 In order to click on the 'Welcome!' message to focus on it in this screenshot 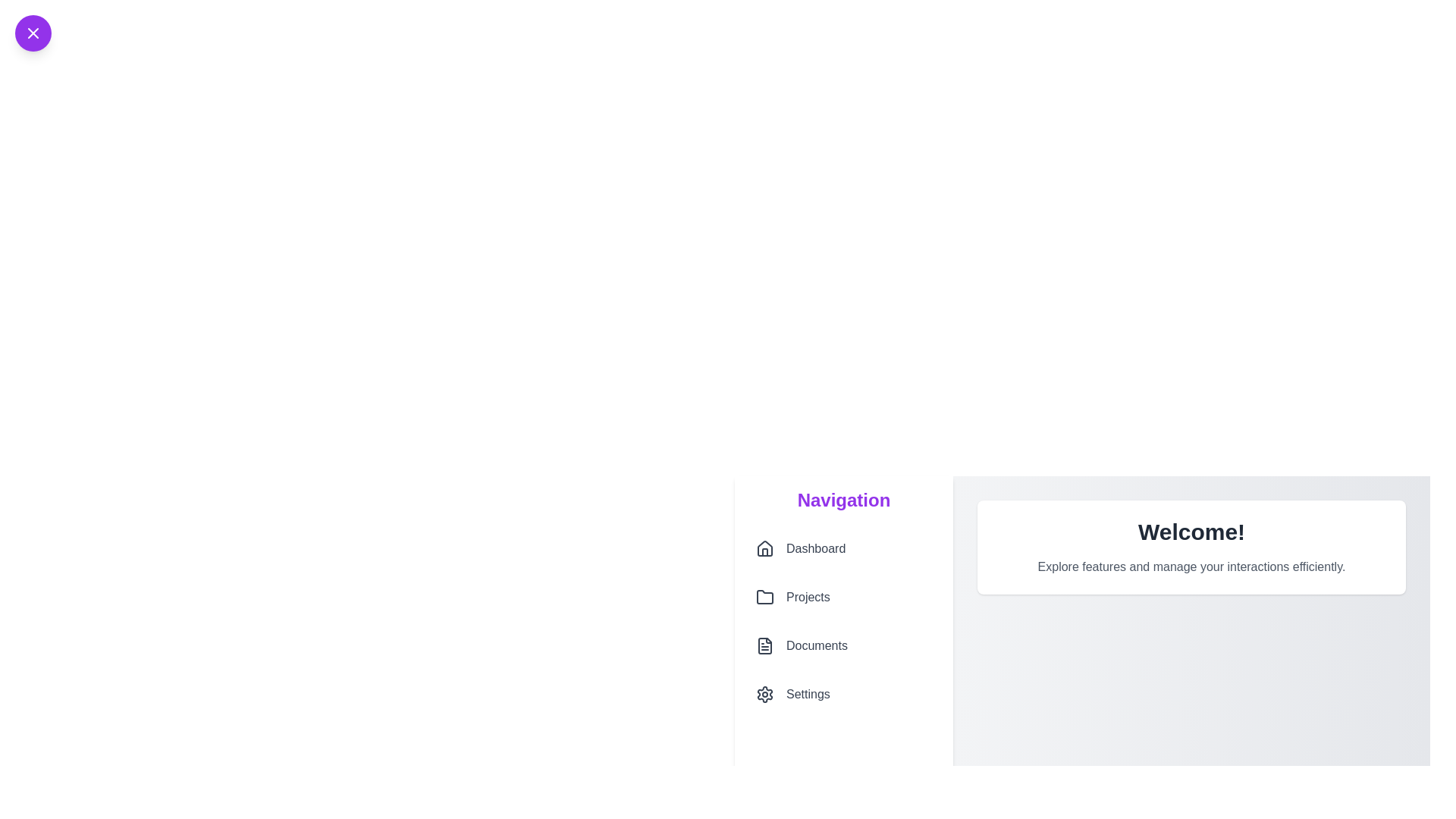, I will do `click(1191, 532)`.